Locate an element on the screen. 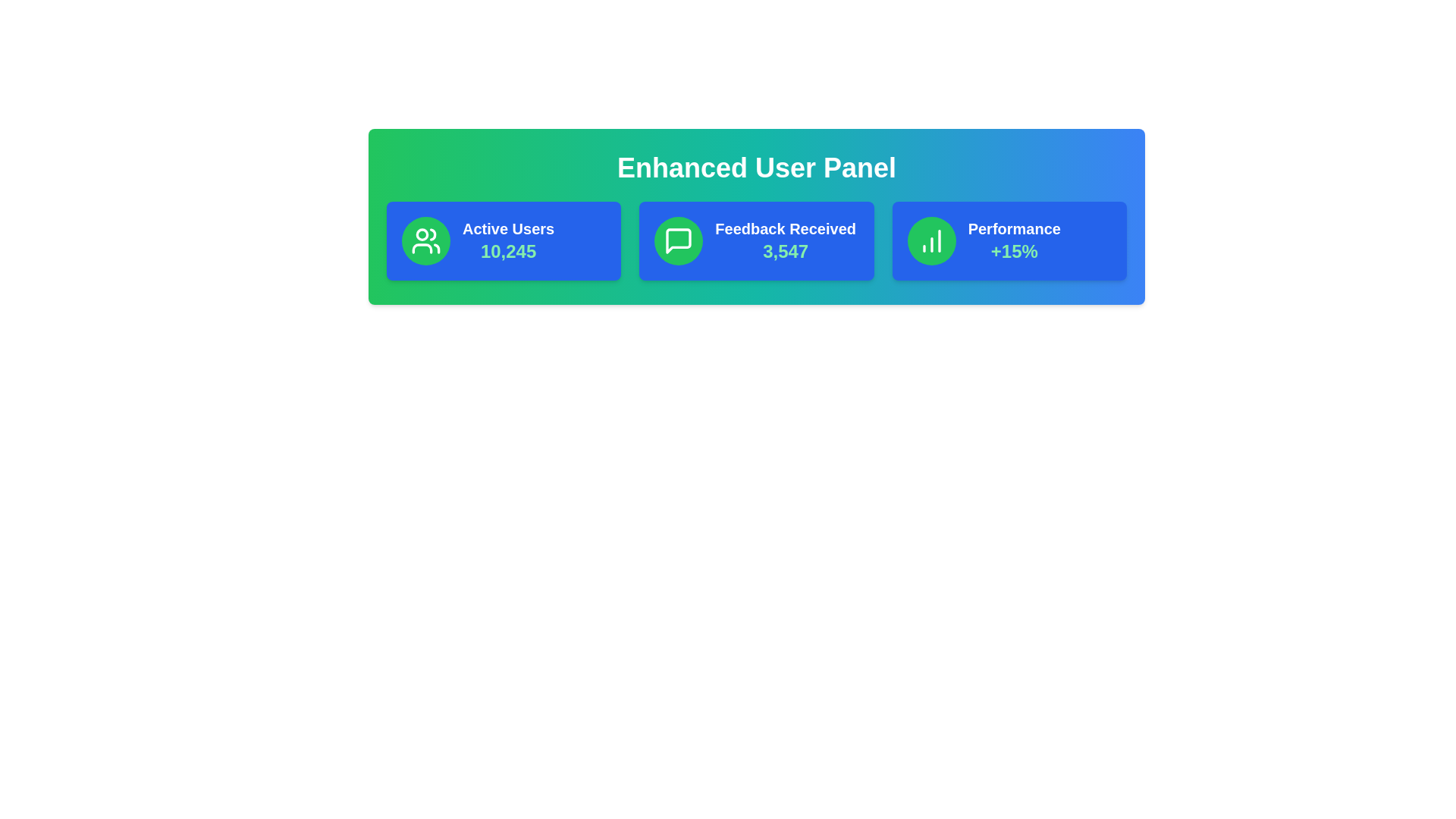  the card corresponding to Feedback Received to select or highlight it is located at coordinates (757, 240).